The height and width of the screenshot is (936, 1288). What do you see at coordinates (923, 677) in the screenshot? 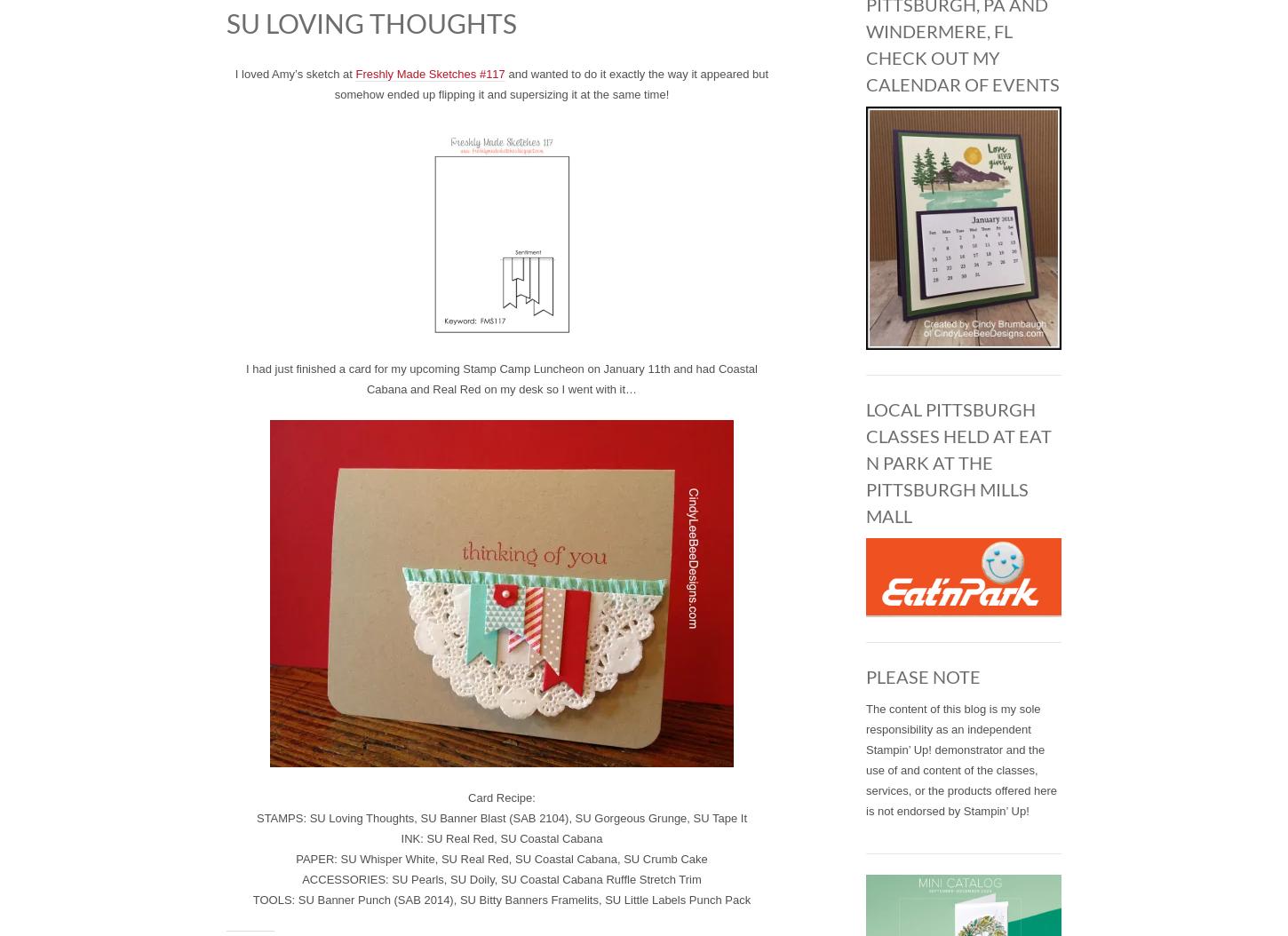
I see `'PLEASE NOTE'` at bounding box center [923, 677].